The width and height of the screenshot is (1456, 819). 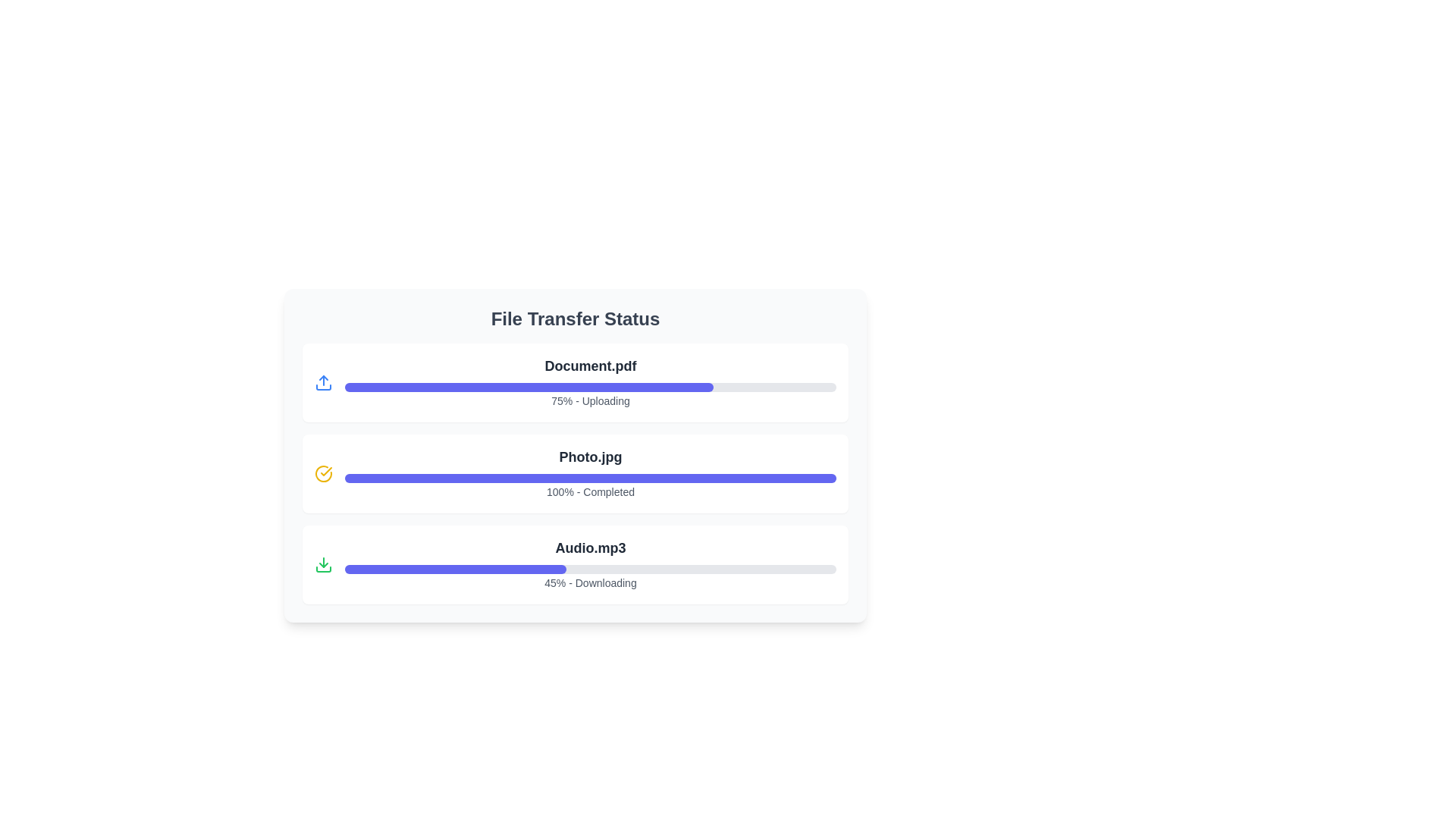 What do you see at coordinates (454, 570) in the screenshot?
I see `the indigo-filled progress bar segment representing the fractional progression of the 'Audio.mp3' process, located below its label and icon` at bounding box center [454, 570].